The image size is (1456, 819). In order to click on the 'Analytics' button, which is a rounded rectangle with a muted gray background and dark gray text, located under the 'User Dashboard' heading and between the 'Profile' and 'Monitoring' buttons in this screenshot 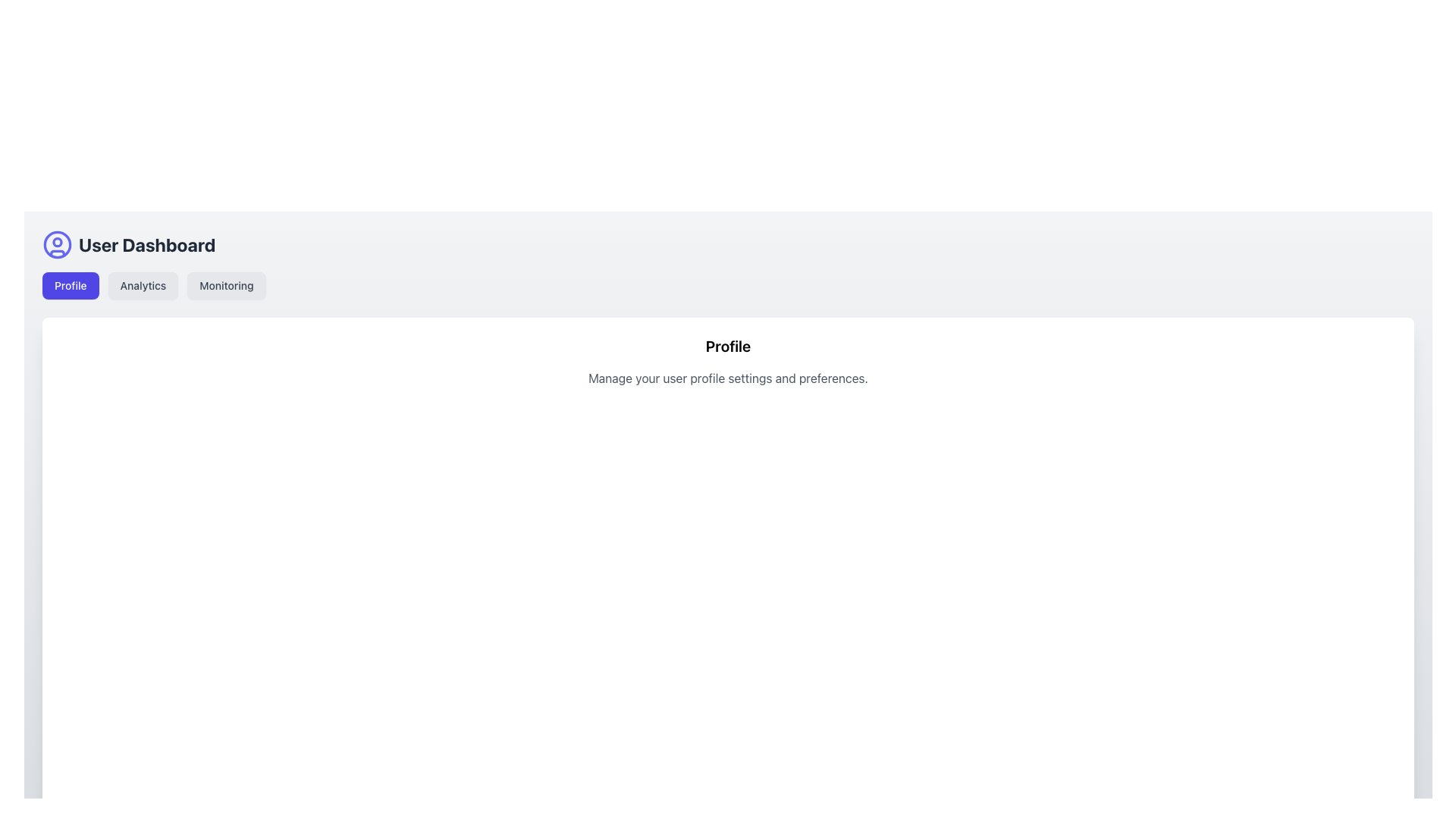, I will do `click(143, 286)`.